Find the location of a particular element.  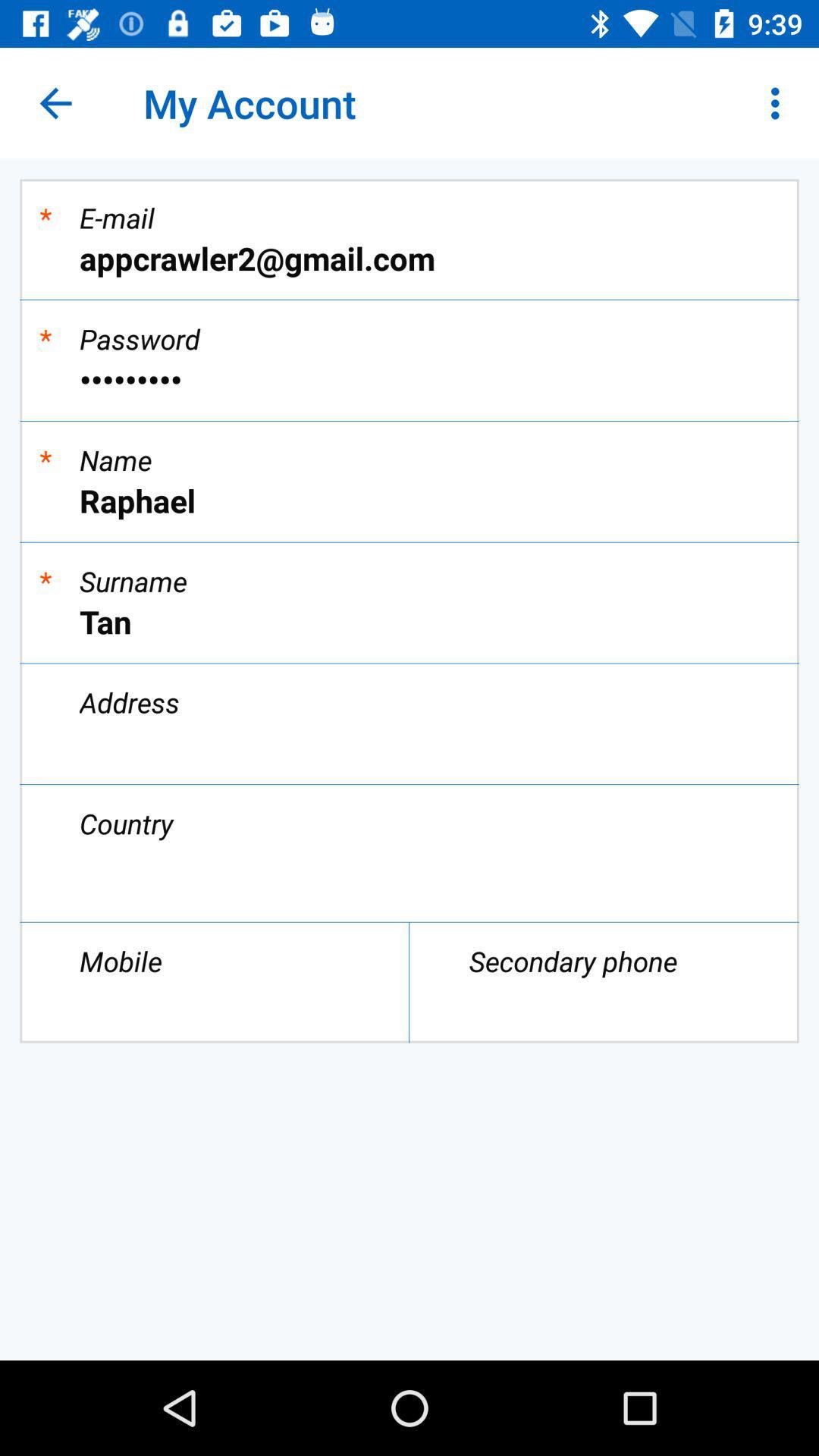

icon below the * is located at coordinates (409, 621).